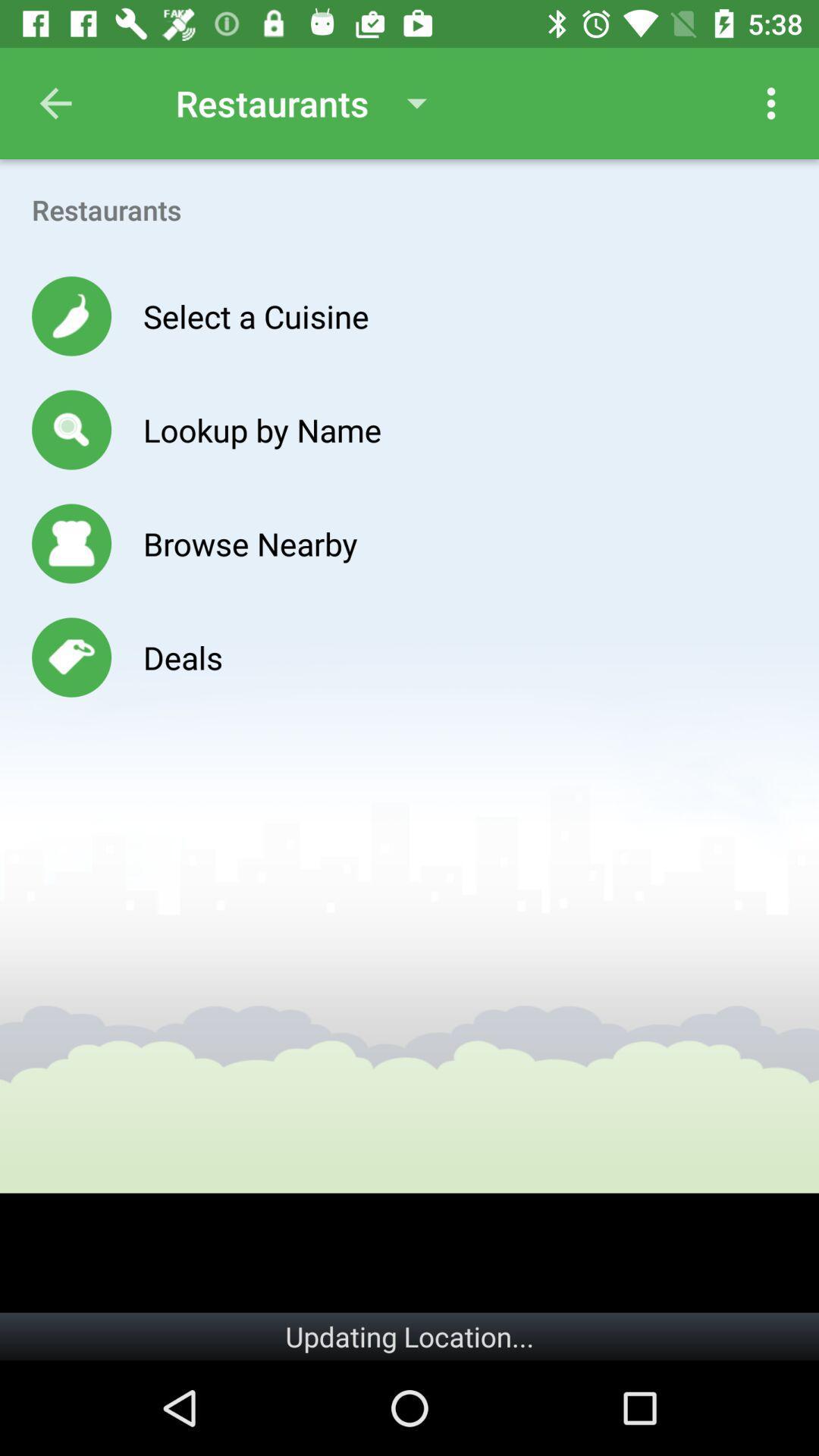 The width and height of the screenshot is (819, 1456). Describe the element at coordinates (182, 657) in the screenshot. I see `deals icon` at that location.